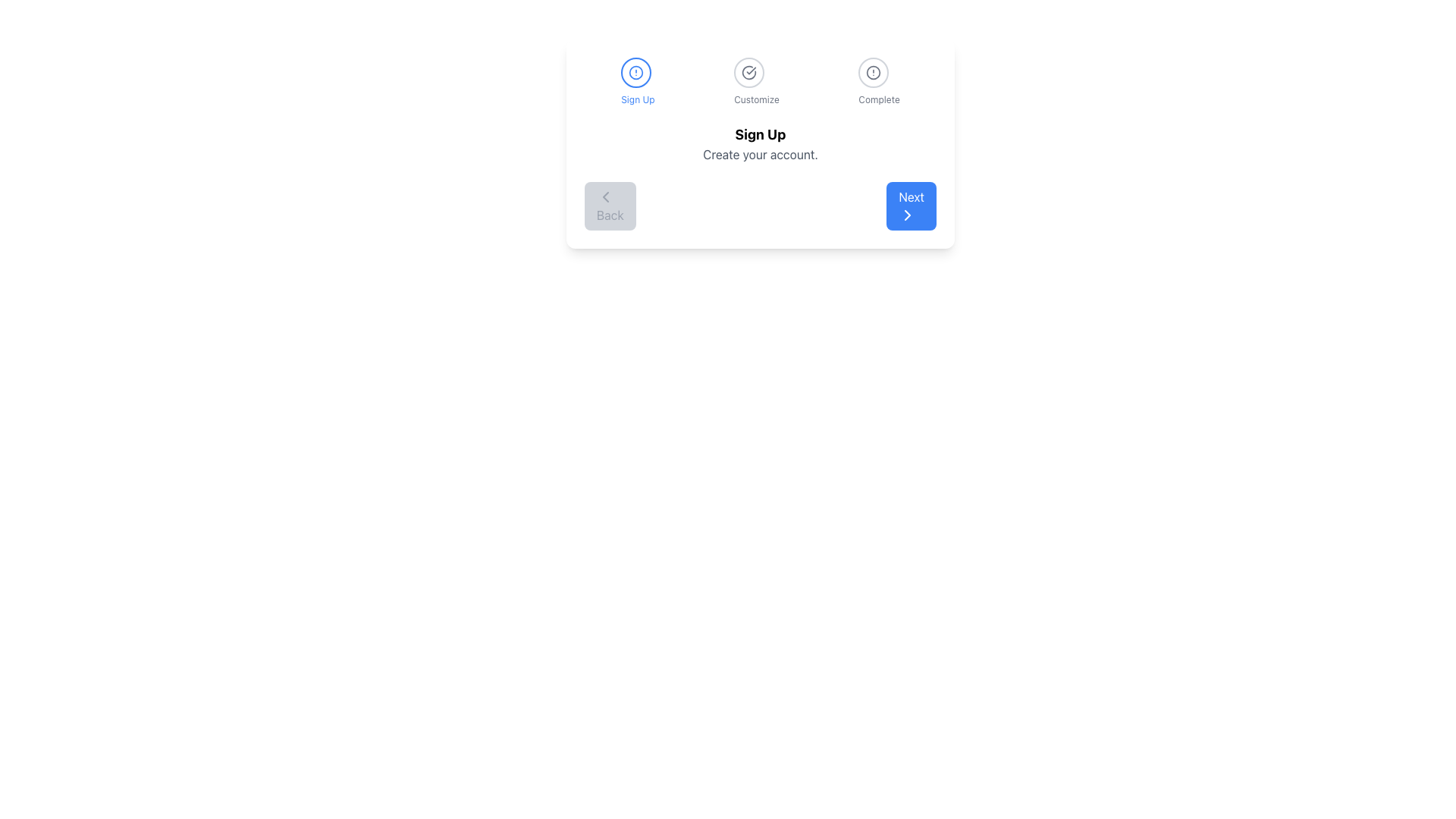  Describe the element at coordinates (749, 73) in the screenshot. I see `the Step Indicator Icon representing the 'Customize' step in the multi-step process` at that location.